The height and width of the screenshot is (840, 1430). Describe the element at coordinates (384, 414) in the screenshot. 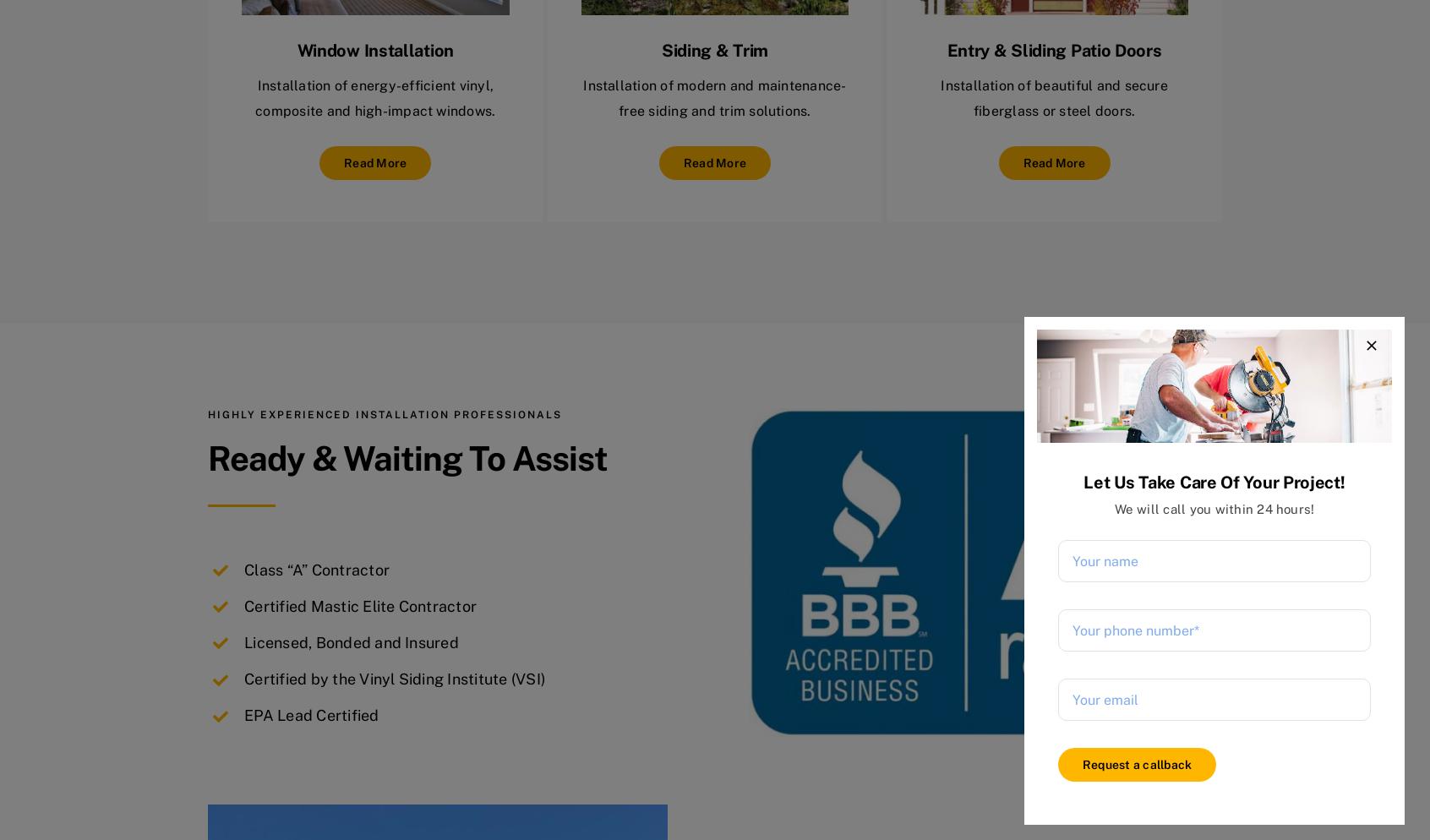

I see `'Highly experienced installation professionals'` at that location.